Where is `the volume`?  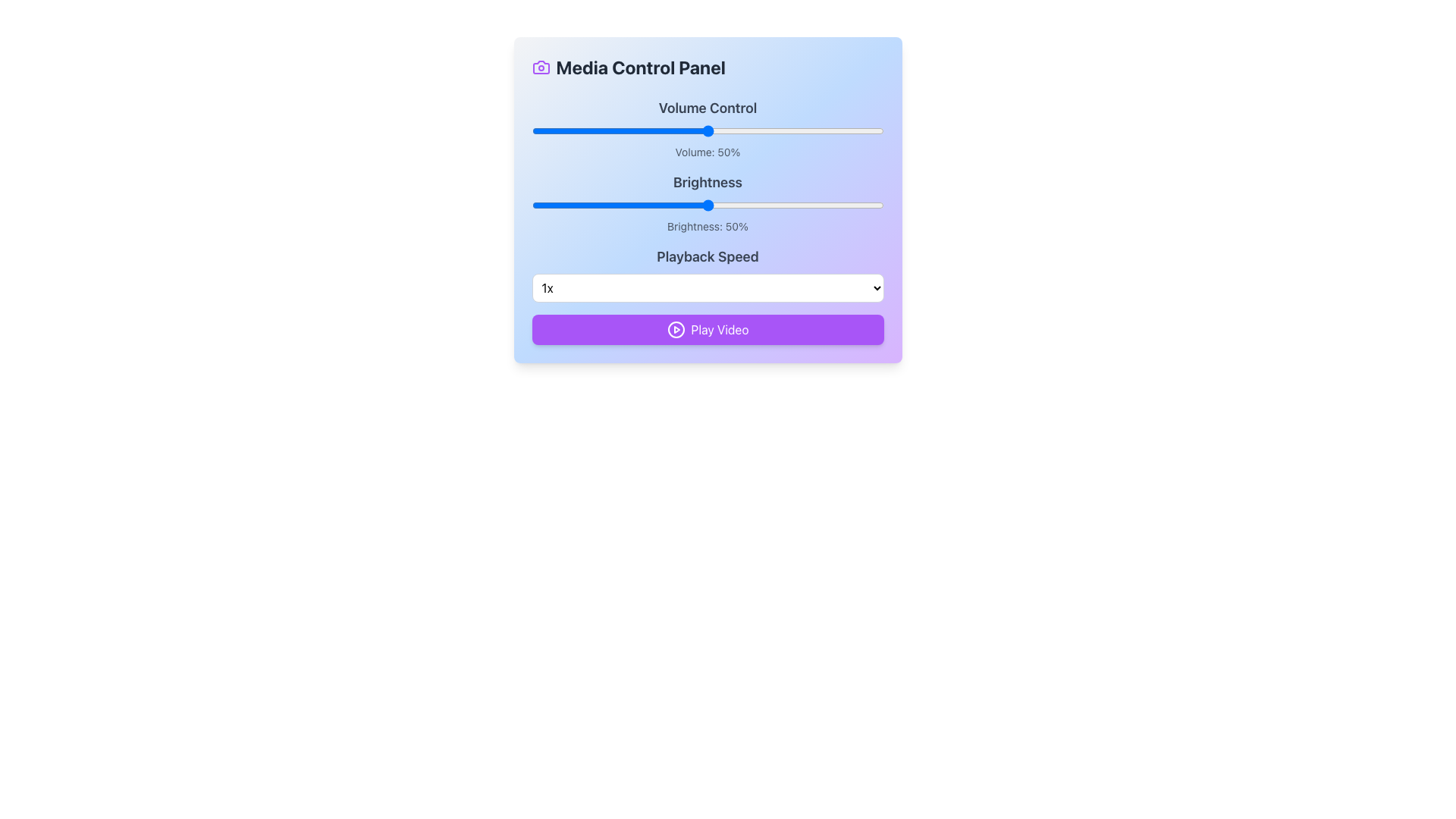 the volume is located at coordinates (791, 130).